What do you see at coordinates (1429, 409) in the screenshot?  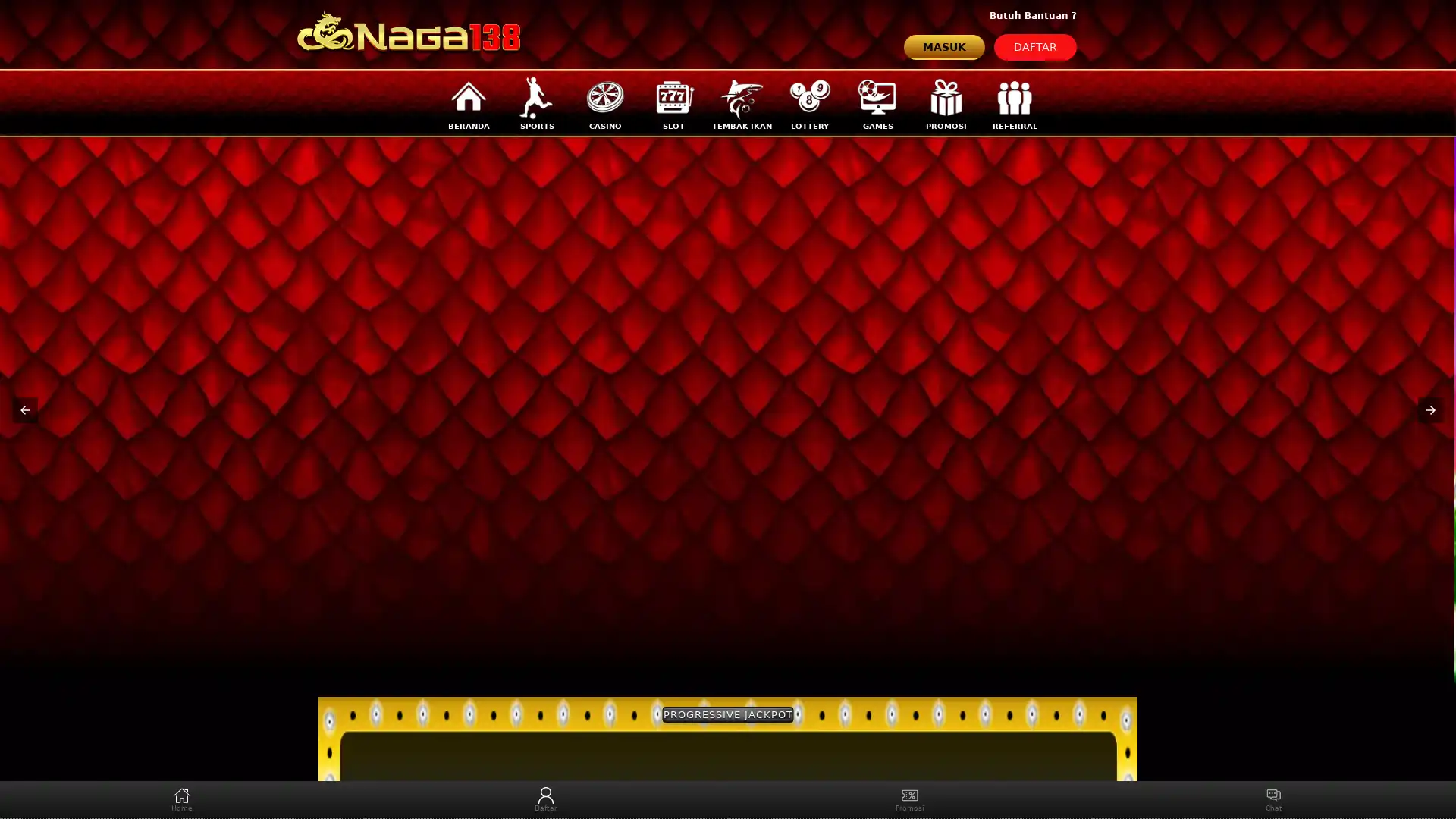 I see `Next item in carousel (2 of 4)` at bounding box center [1429, 409].